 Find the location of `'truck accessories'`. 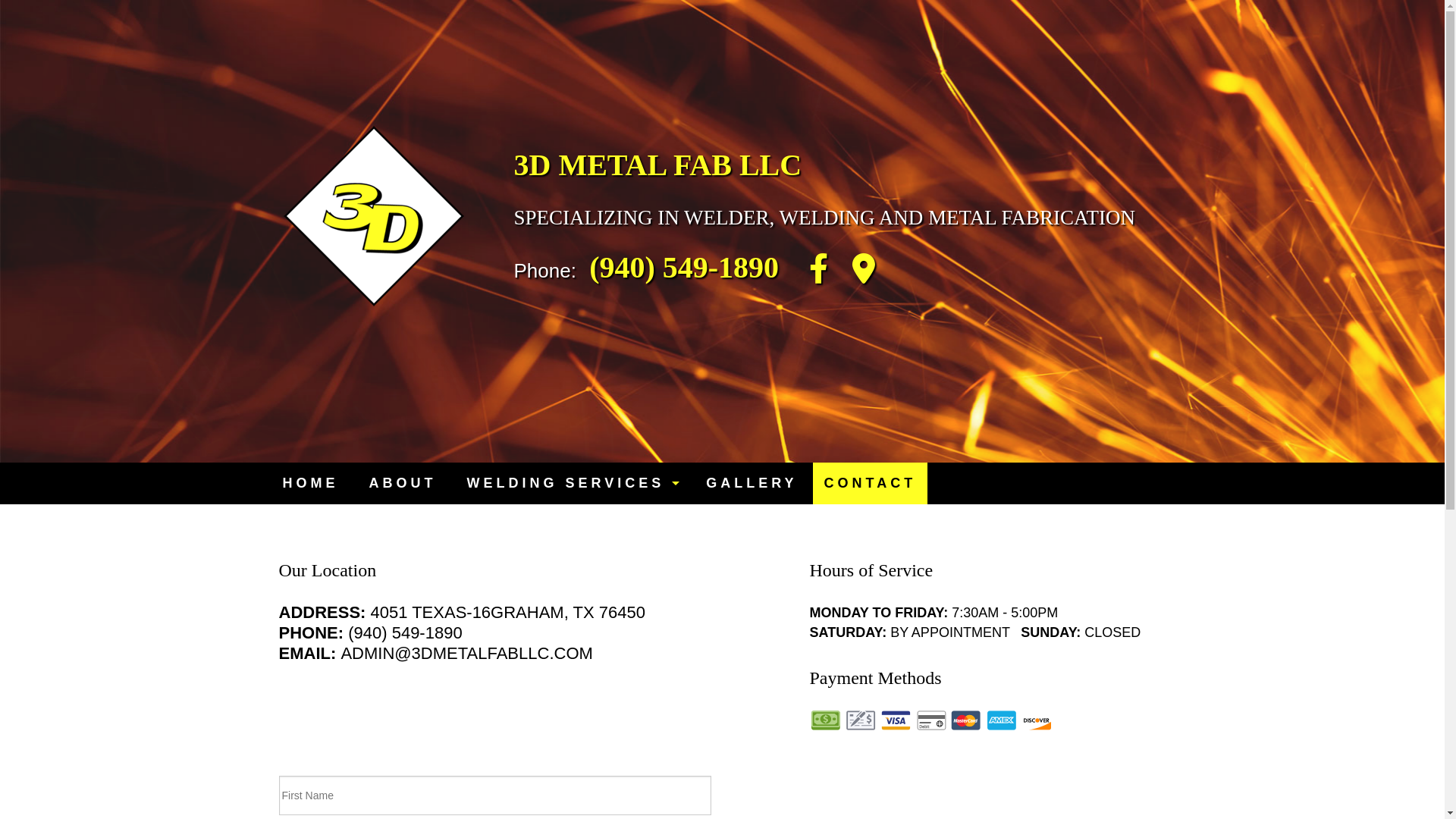

'truck accessories' is located at coordinates (450, 610).